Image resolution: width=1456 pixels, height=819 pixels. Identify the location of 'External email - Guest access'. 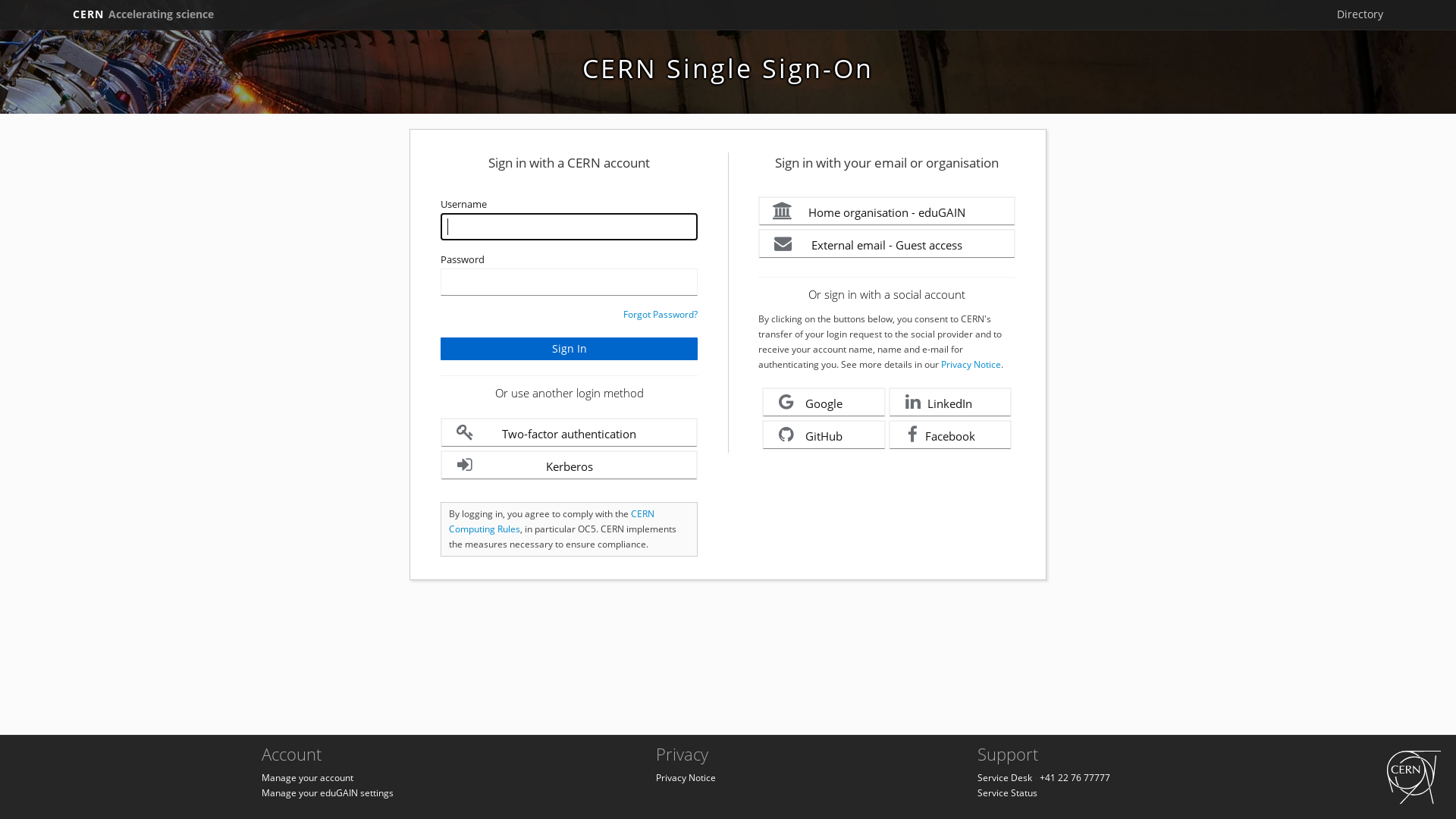
(886, 243).